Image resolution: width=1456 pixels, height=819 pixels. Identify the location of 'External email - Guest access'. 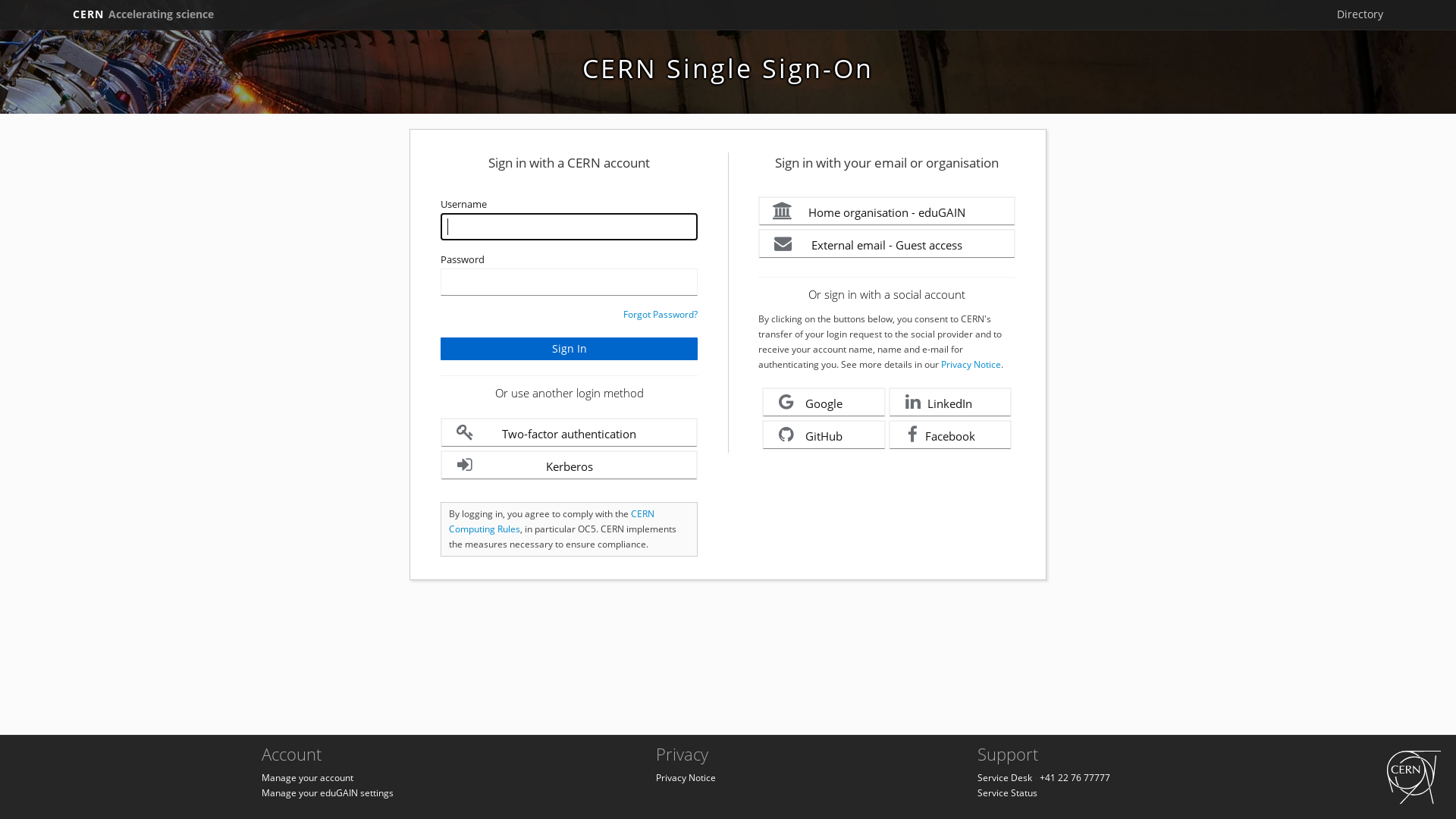
(886, 243).